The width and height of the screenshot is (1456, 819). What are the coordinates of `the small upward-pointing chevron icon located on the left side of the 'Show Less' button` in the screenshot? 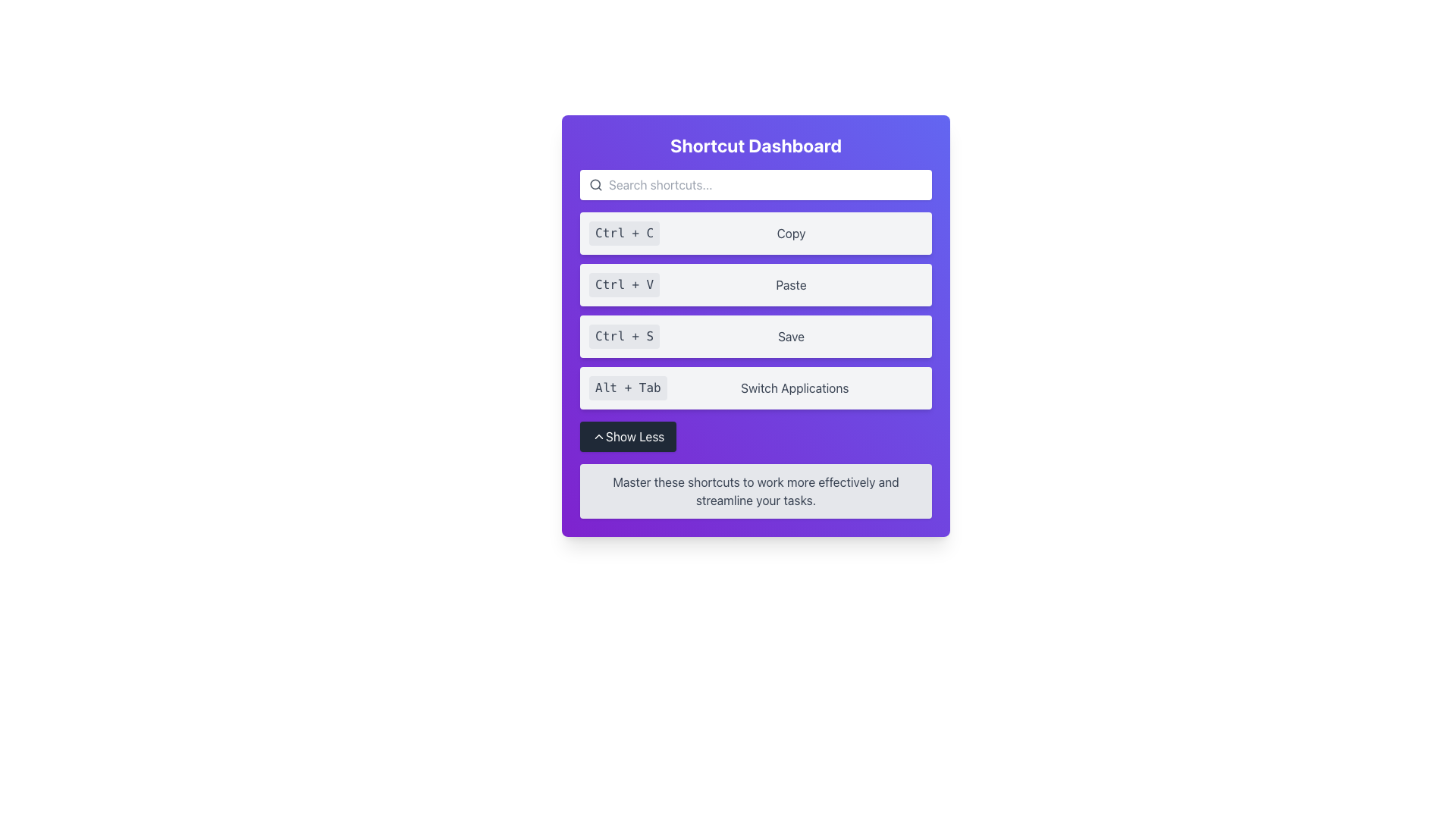 It's located at (598, 436).